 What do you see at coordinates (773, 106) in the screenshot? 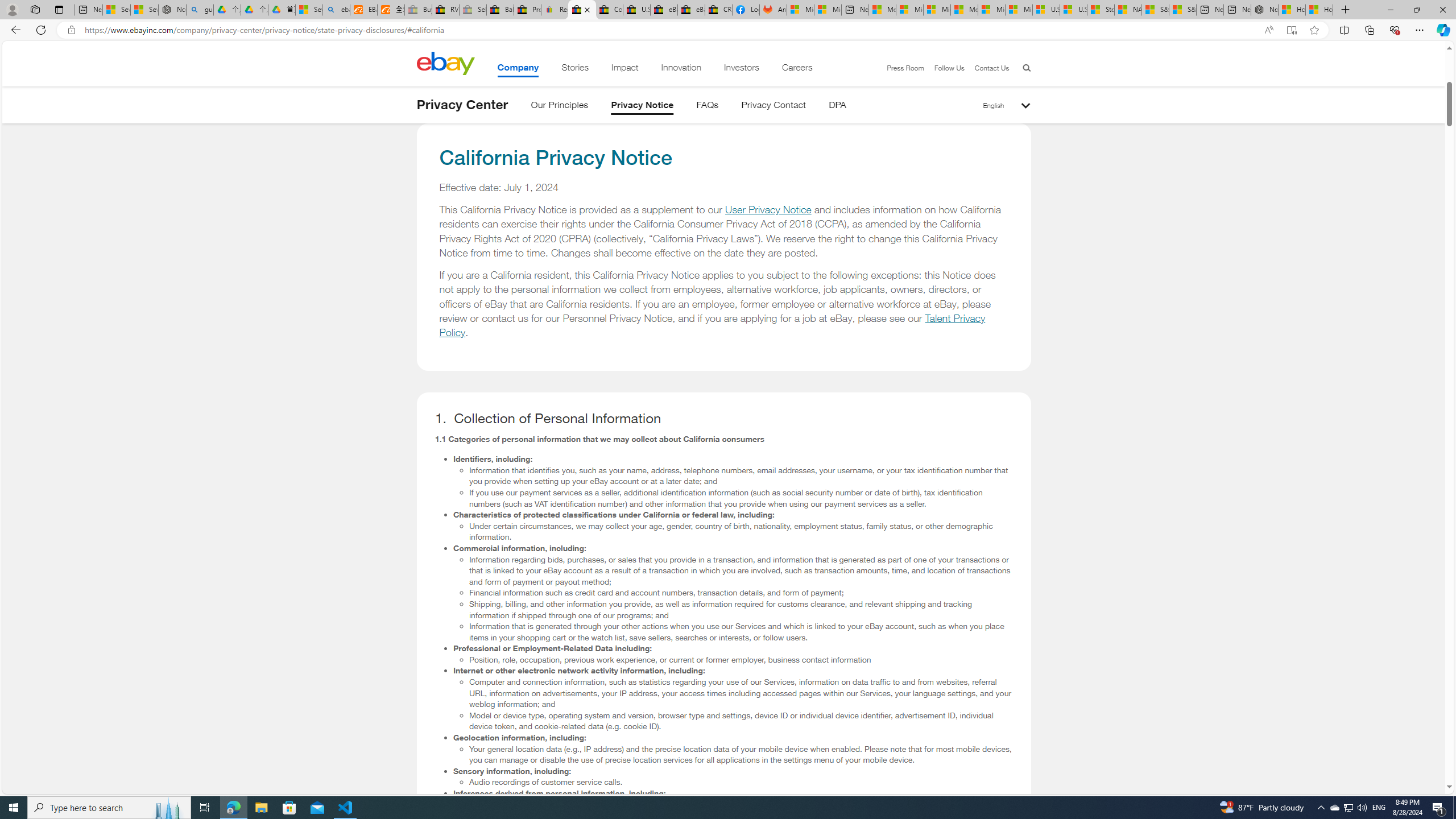
I see `'Privacy Contact'` at bounding box center [773, 106].